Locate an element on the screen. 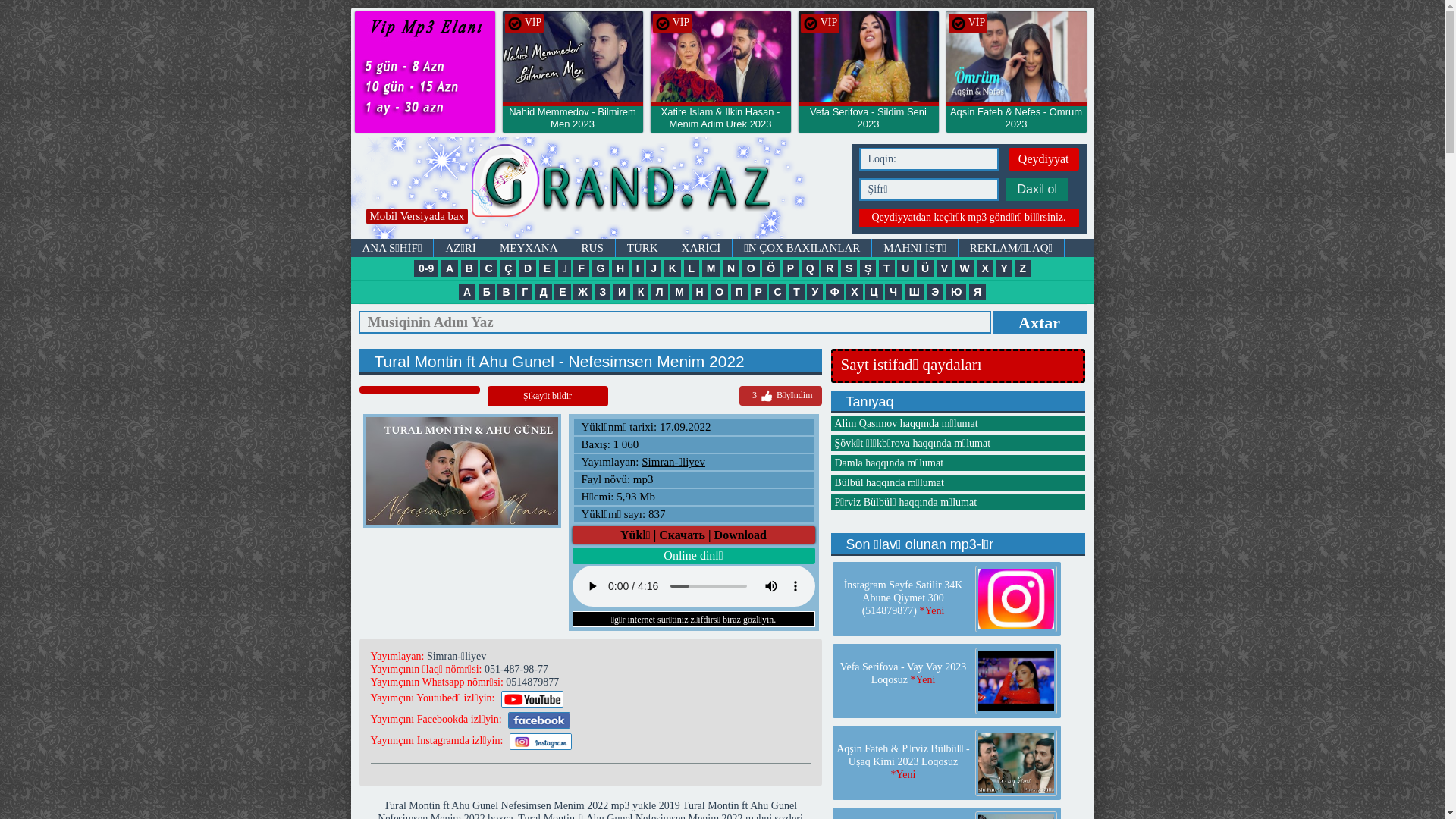  'J' is located at coordinates (654, 268).